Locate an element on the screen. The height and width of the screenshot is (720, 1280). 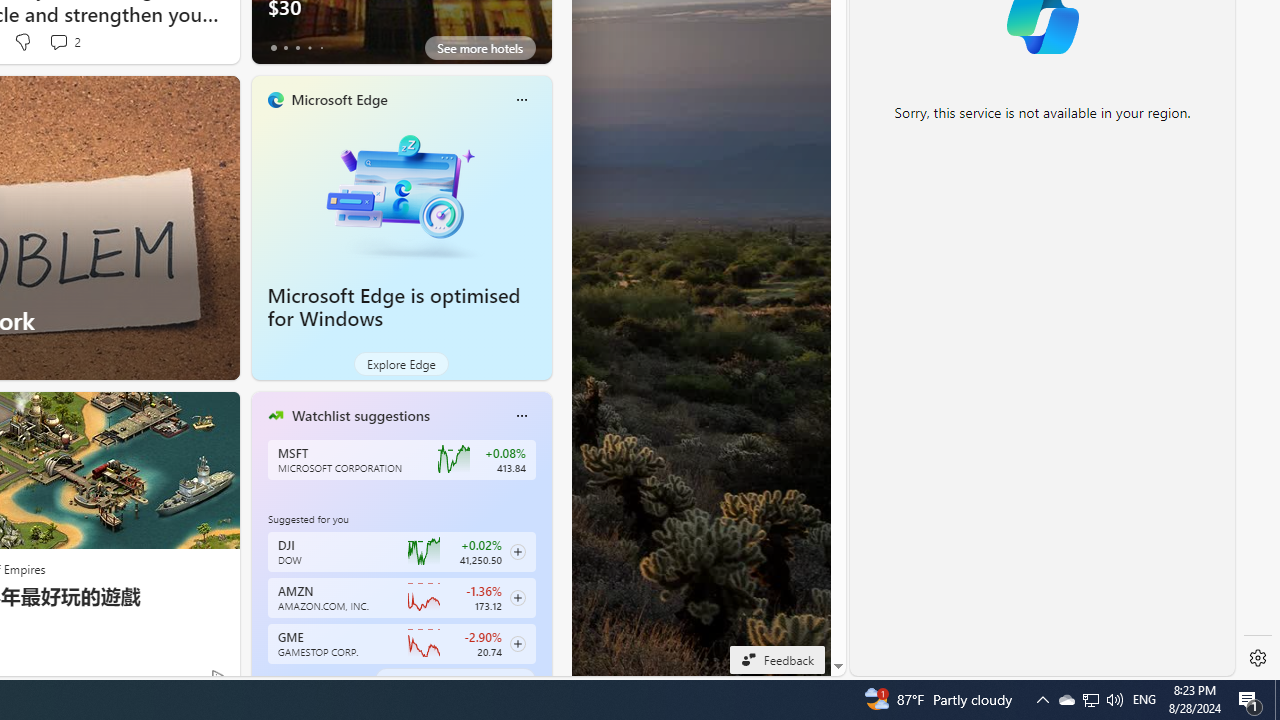
'Settings' is located at coordinates (1257, 658).